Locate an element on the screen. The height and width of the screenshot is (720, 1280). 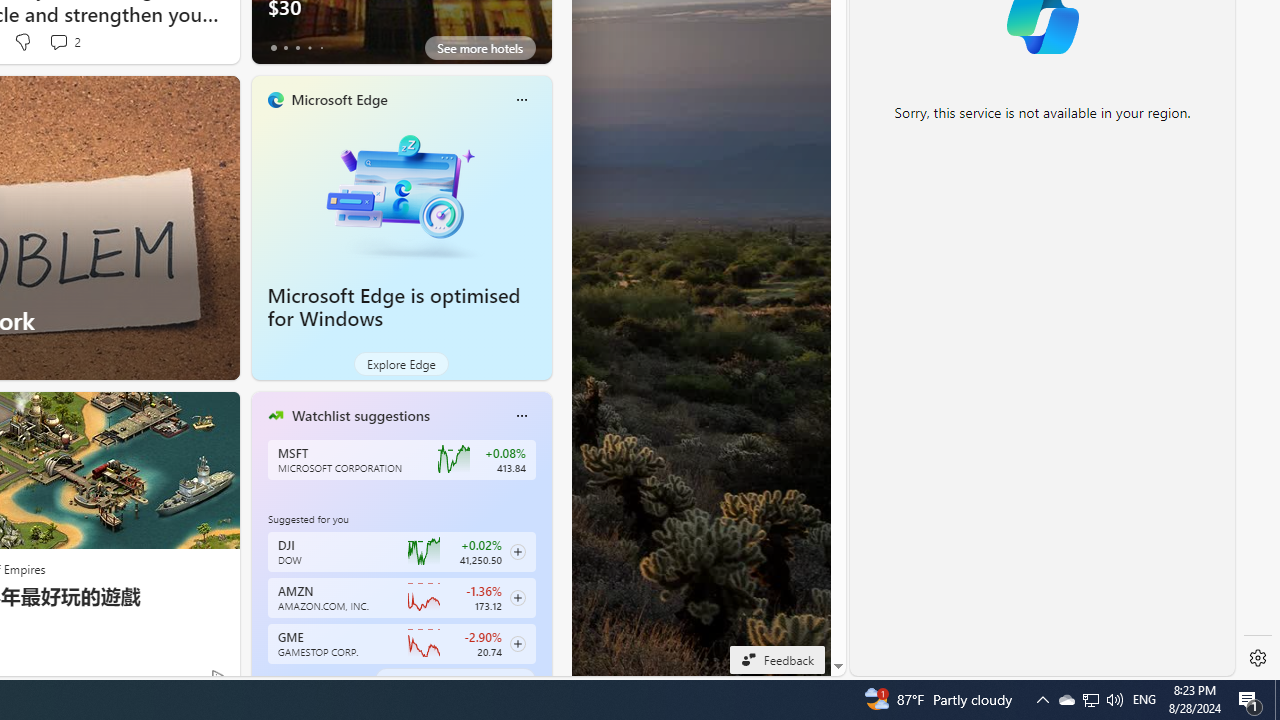
'Settings' is located at coordinates (1257, 658).